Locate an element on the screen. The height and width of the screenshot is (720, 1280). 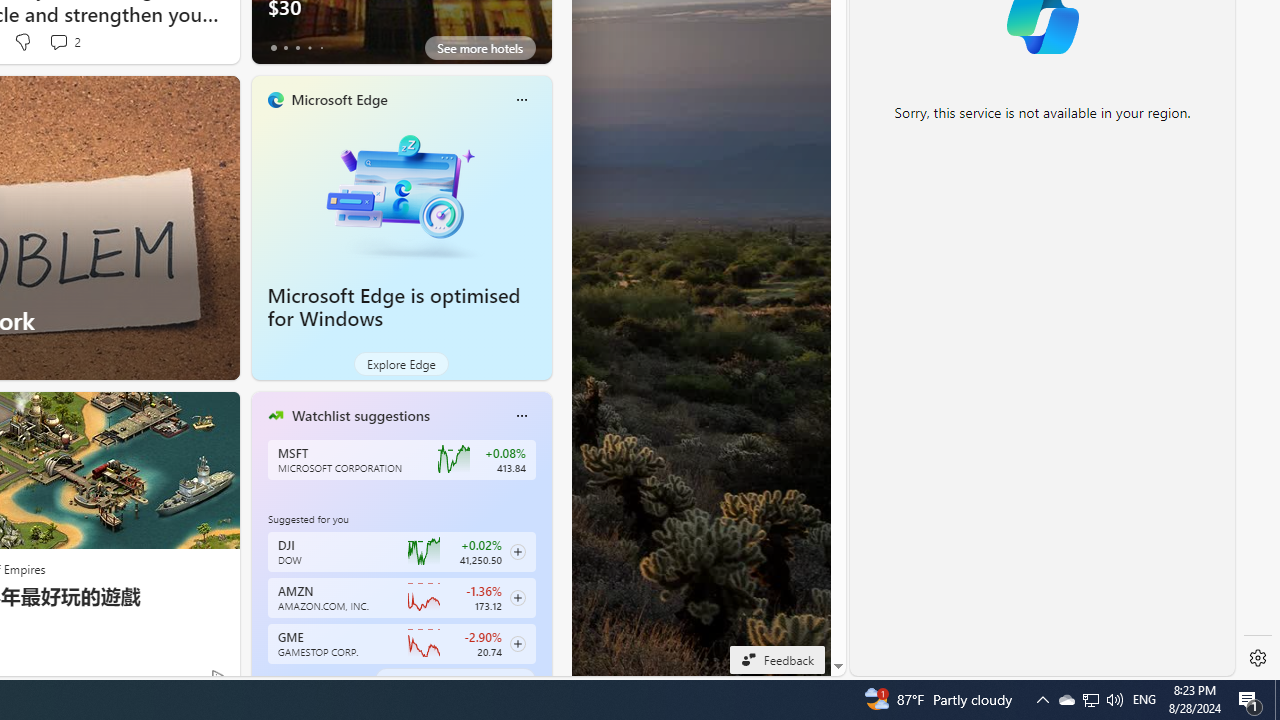
'Settings' is located at coordinates (1257, 658).